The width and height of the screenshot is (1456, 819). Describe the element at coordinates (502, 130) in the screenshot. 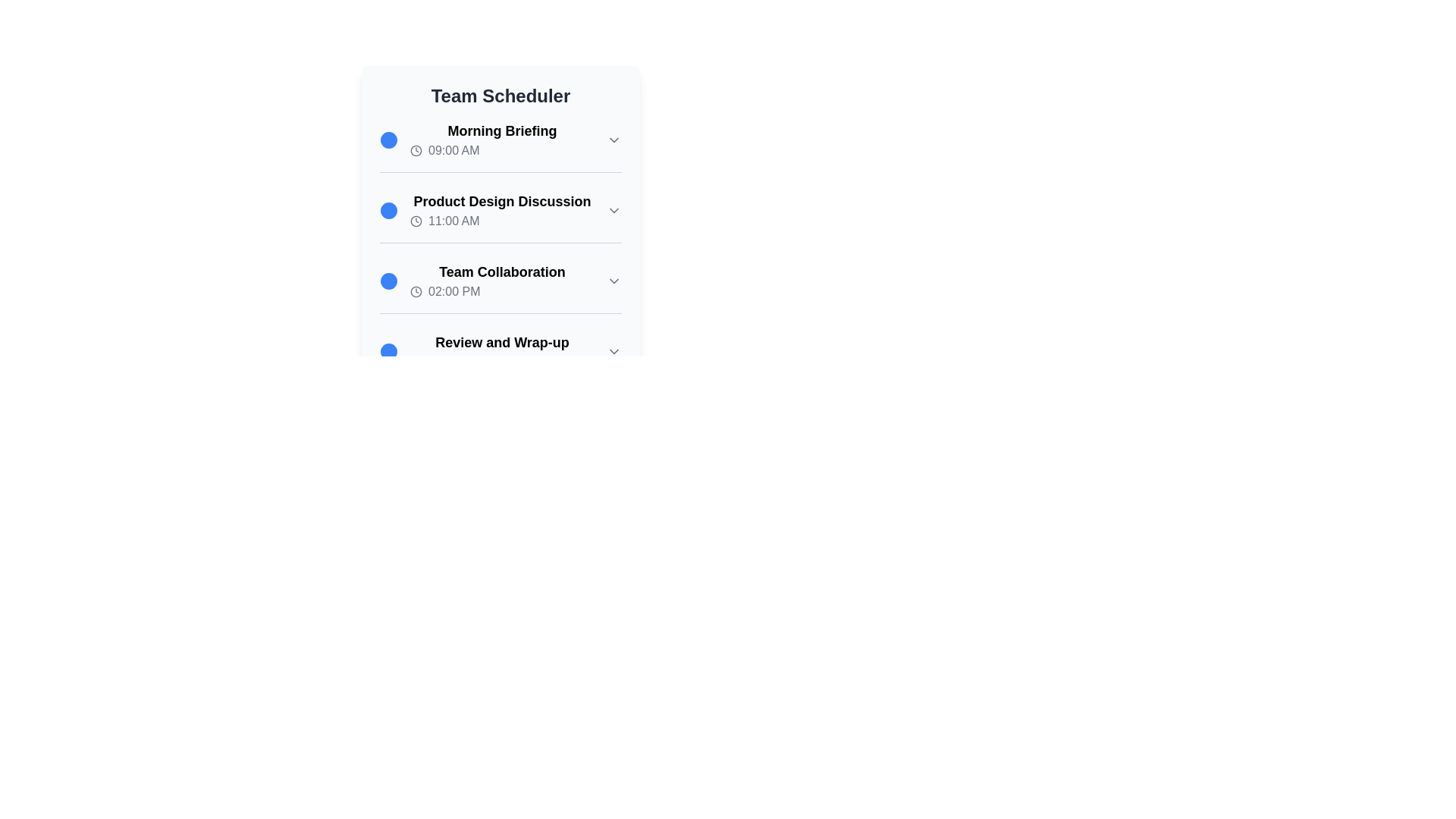

I see `text element displaying 'Morning Briefing' which is the first item in the schedule list and prominently placed at the top of the agenda` at that location.